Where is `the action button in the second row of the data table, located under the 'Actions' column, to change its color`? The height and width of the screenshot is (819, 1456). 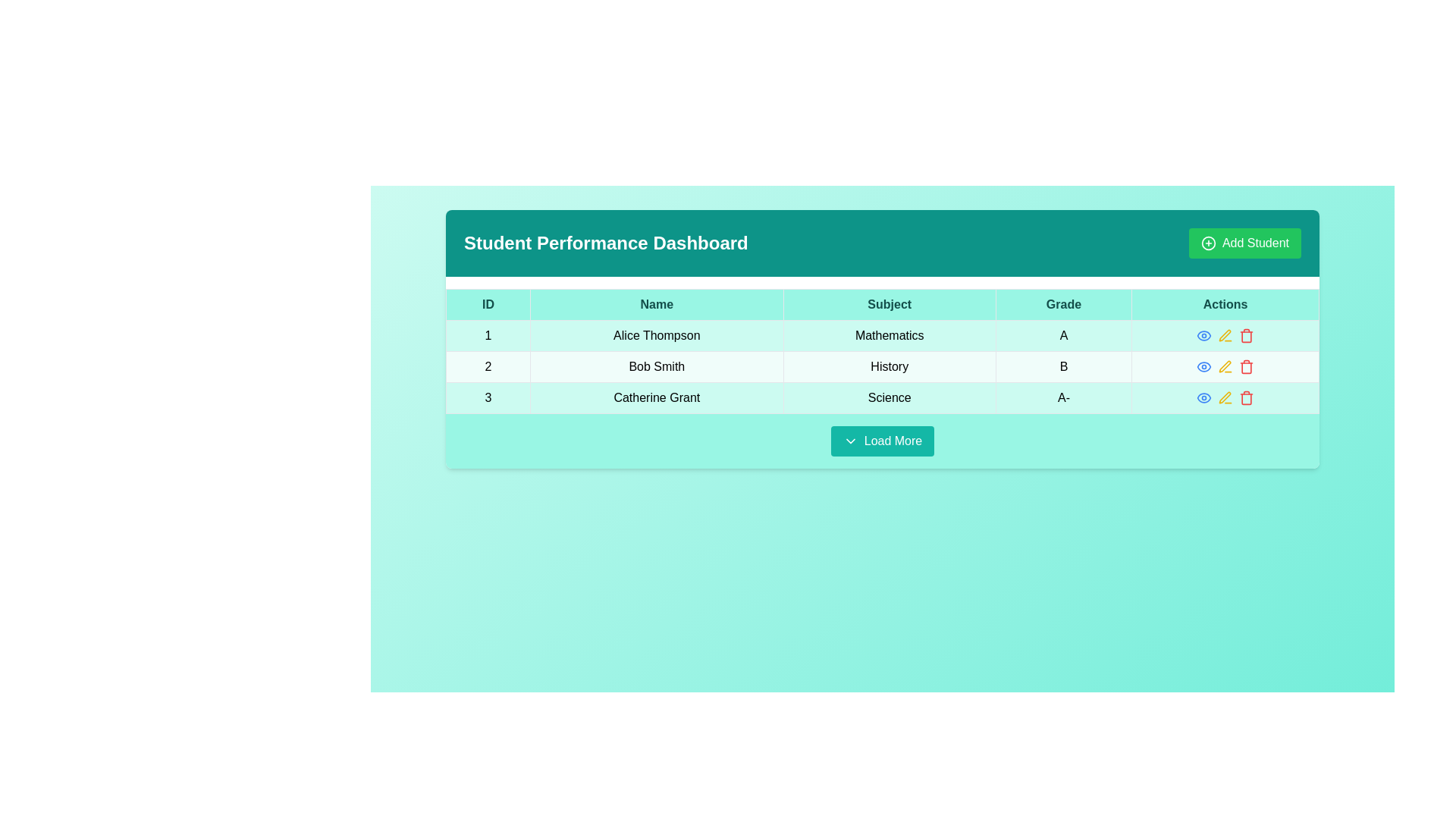 the action button in the second row of the data table, located under the 'Actions' column, to change its color is located at coordinates (1203, 366).